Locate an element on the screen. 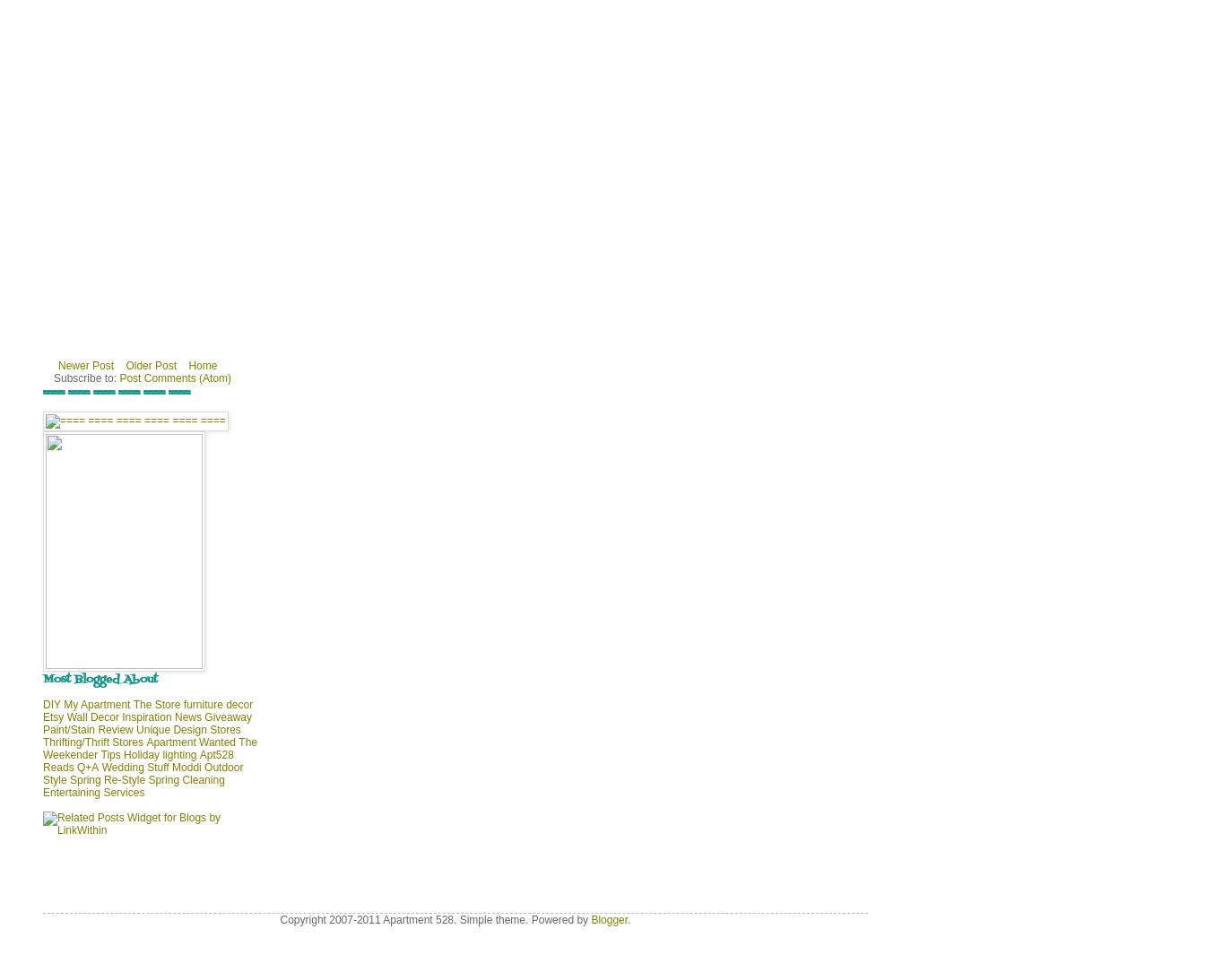 This screenshot has width=1232, height=955. '.' is located at coordinates (628, 920).